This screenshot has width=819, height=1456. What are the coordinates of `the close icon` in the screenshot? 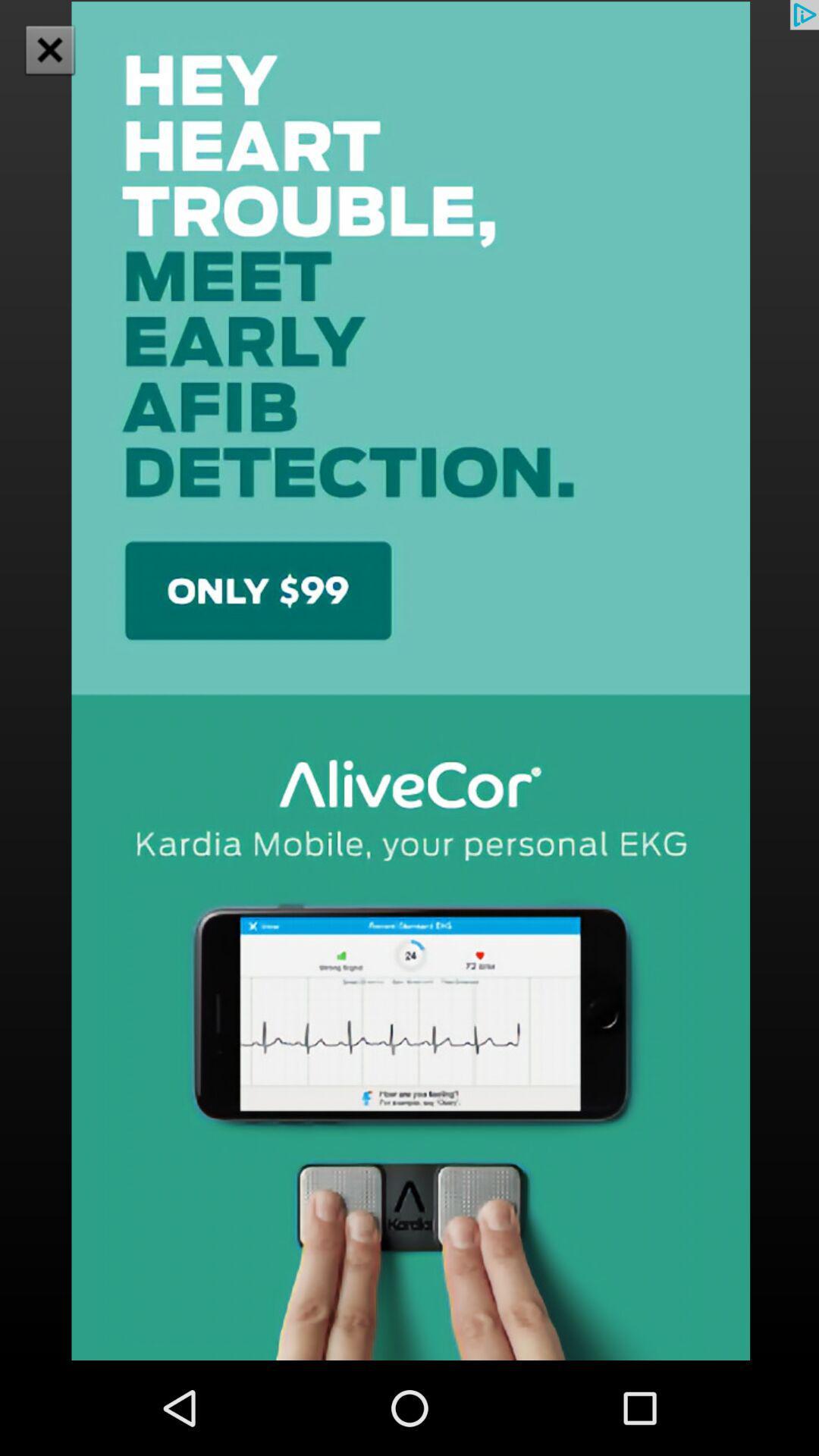 It's located at (49, 53).